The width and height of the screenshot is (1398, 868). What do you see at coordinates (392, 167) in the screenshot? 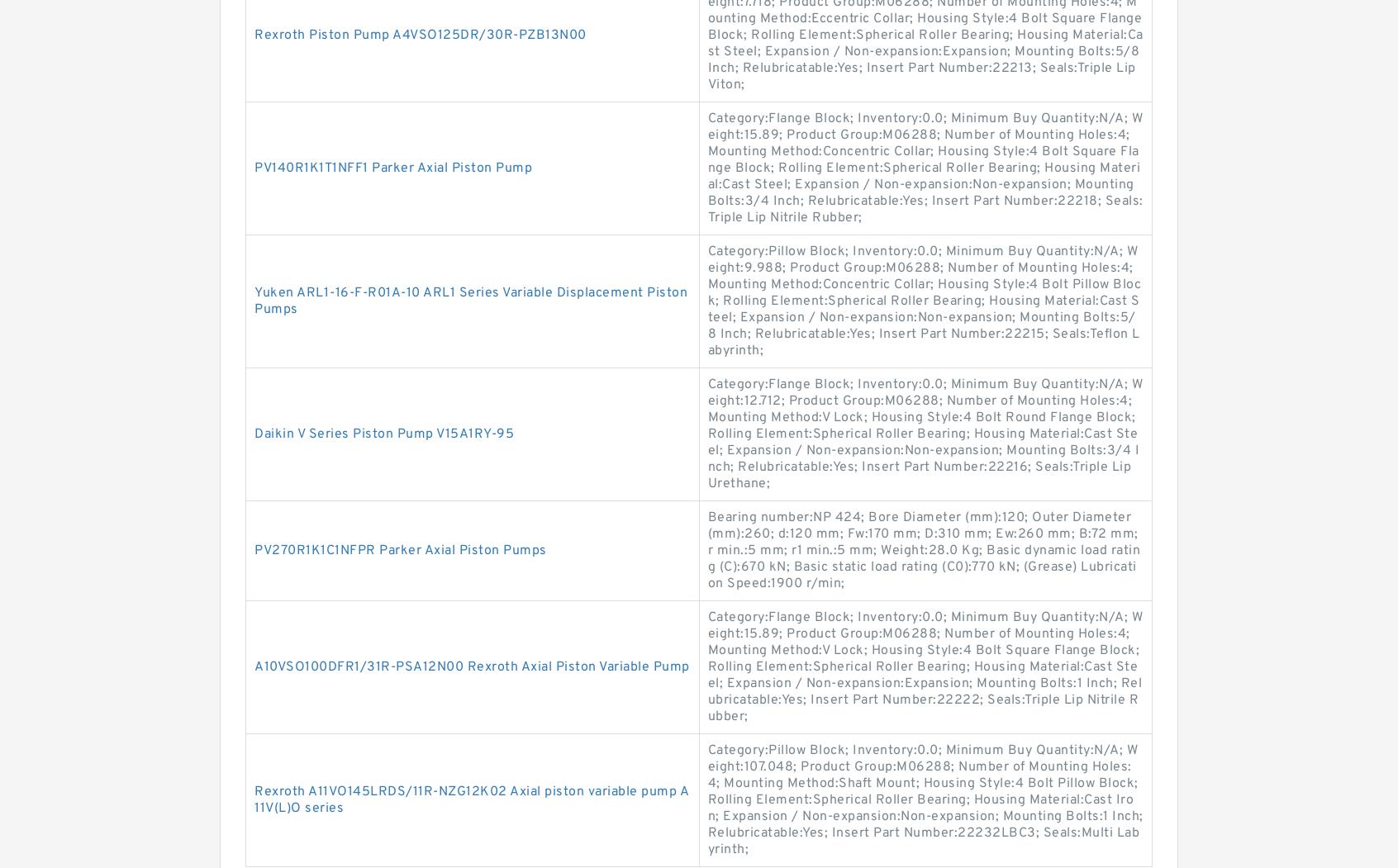
I see `'PV140R1K1T1NFF1 Parker Axial Piston Pump'` at bounding box center [392, 167].